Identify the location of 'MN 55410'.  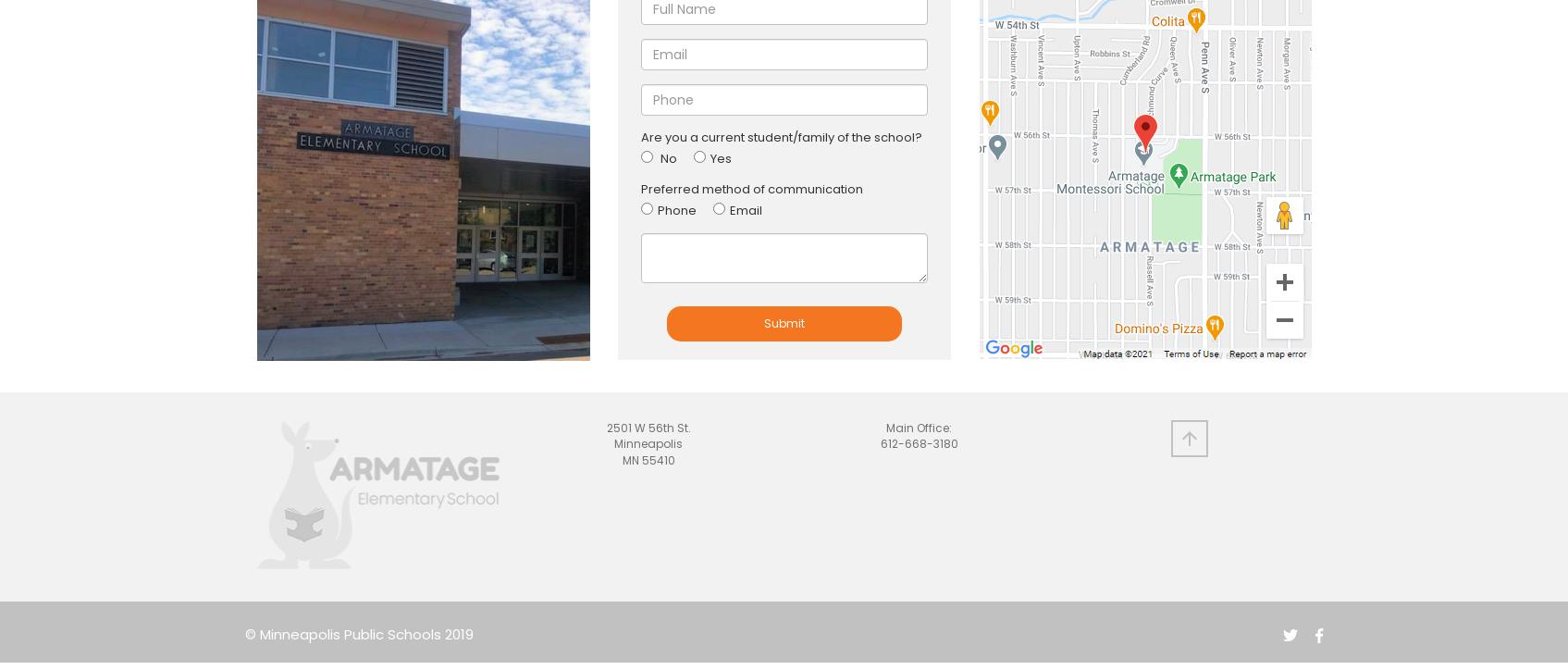
(648, 458).